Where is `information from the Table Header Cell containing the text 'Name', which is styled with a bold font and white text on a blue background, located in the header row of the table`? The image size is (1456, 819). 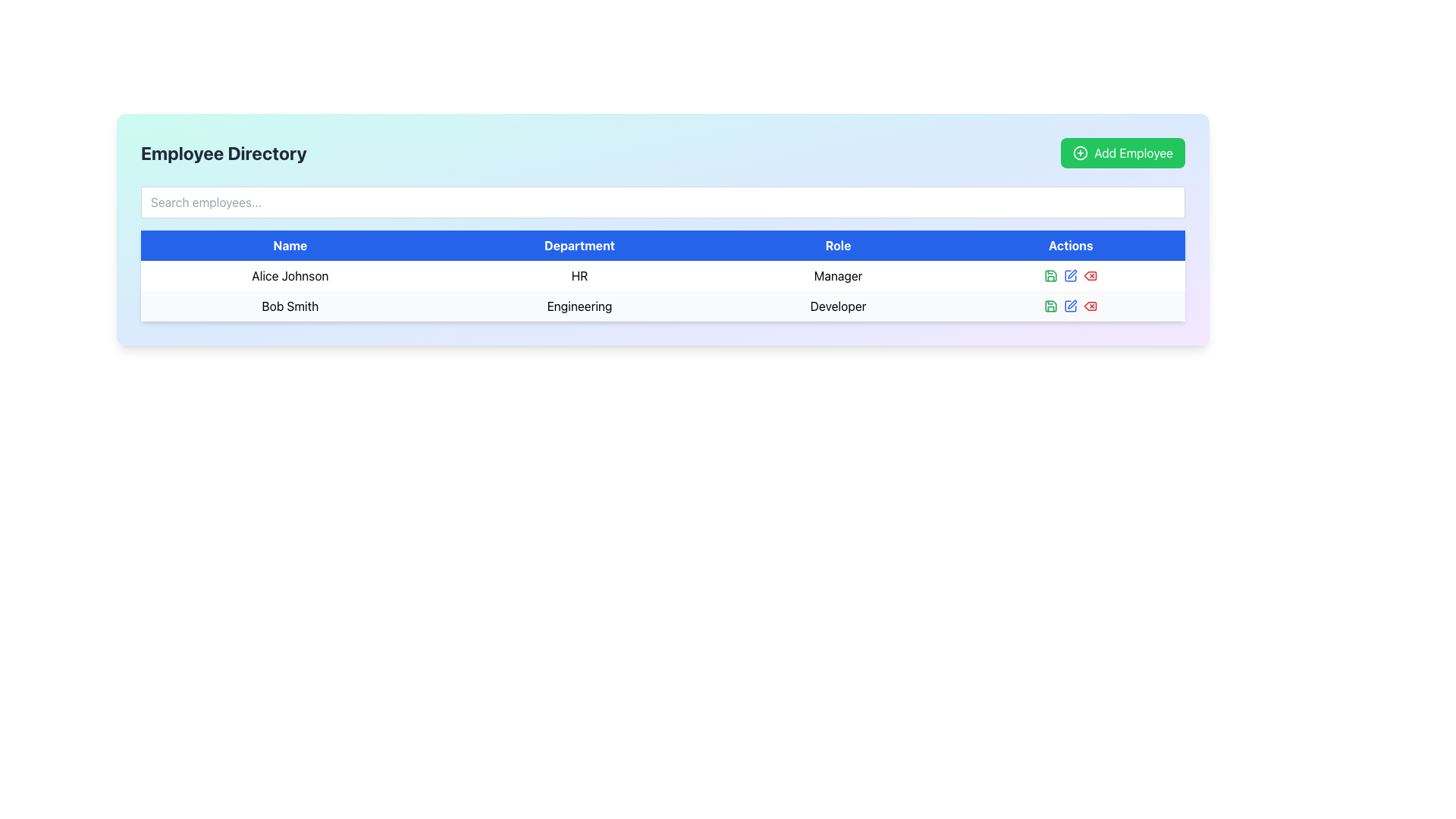
information from the Table Header Cell containing the text 'Name', which is styled with a bold font and white text on a blue background, located in the header row of the table is located at coordinates (290, 245).